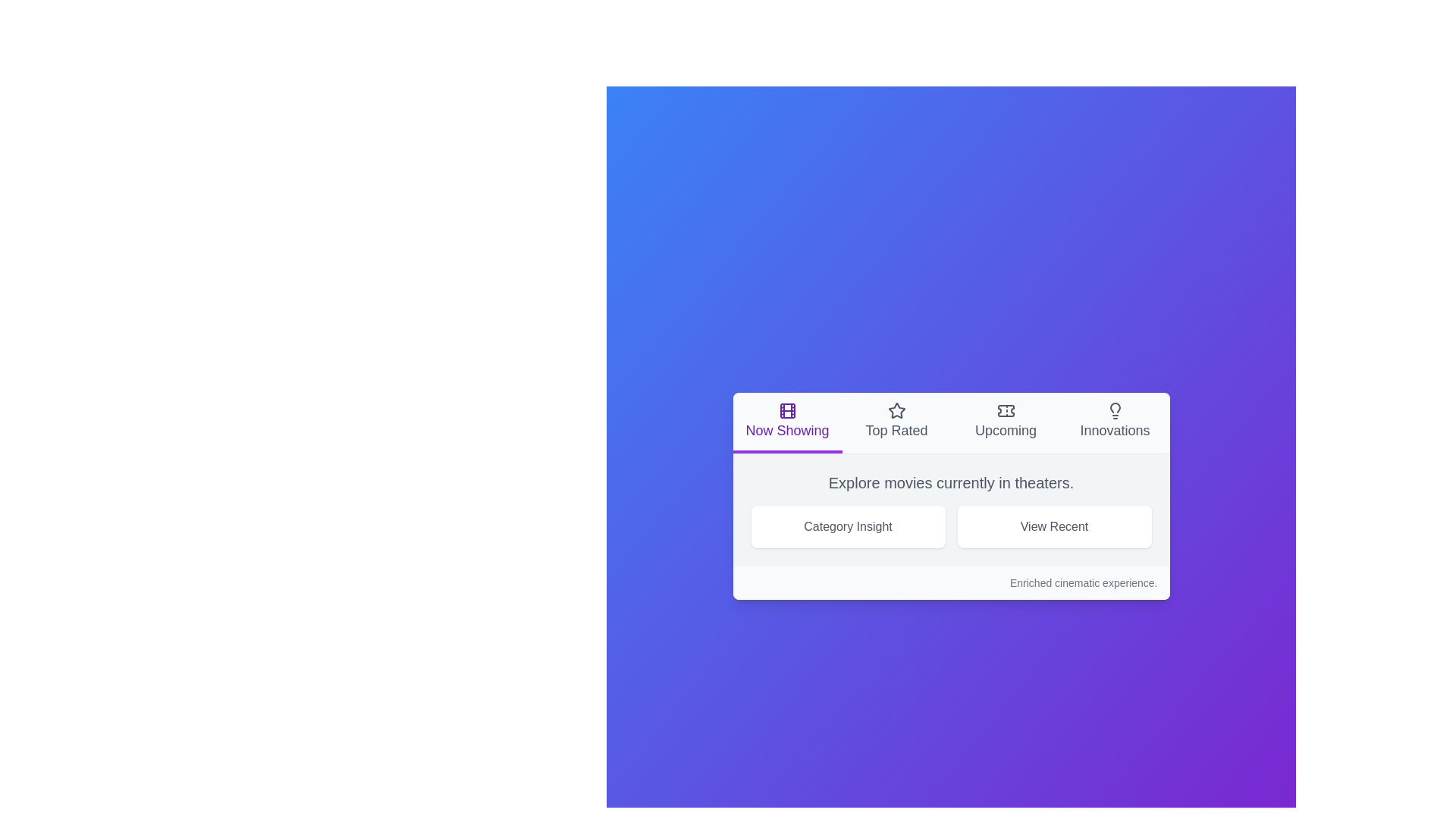 This screenshot has height=819, width=1456. I want to click on the 'Now Showing' option in the interactive navigation tab, so click(950, 423).